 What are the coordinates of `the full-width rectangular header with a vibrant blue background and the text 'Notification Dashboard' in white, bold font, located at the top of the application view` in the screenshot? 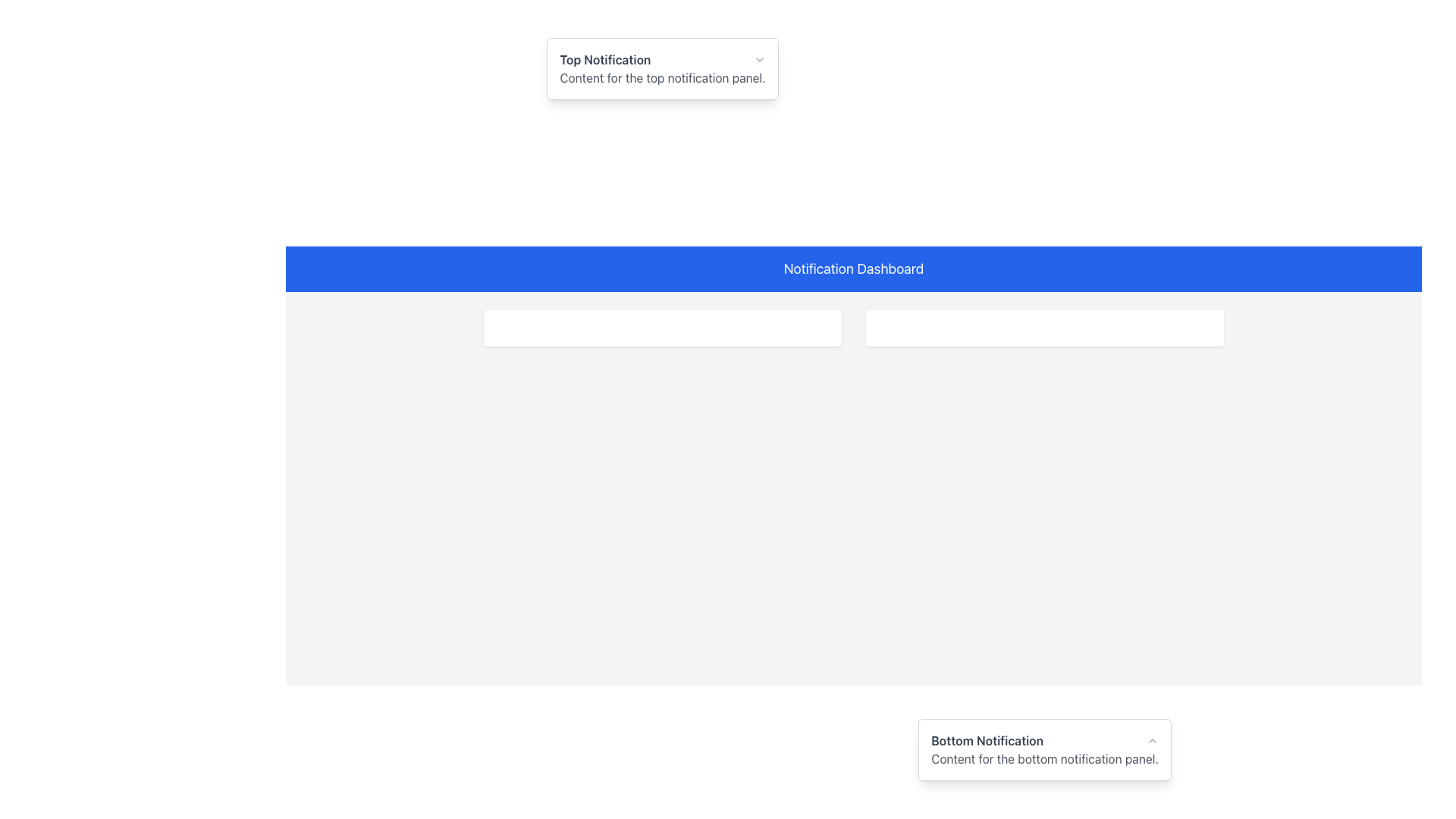 It's located at (854, 268).